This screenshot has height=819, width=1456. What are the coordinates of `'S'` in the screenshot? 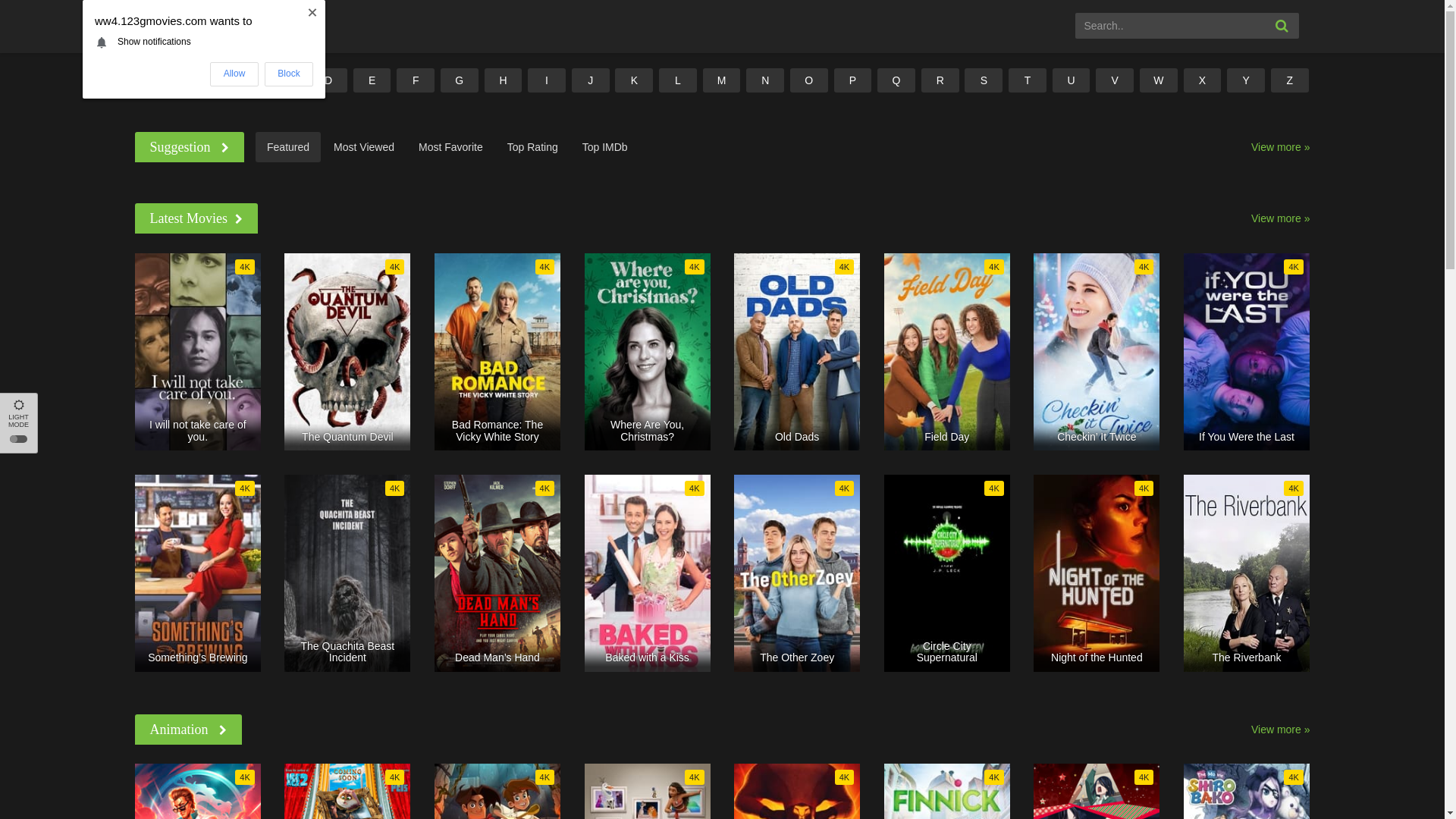 It's located at (983, 80).